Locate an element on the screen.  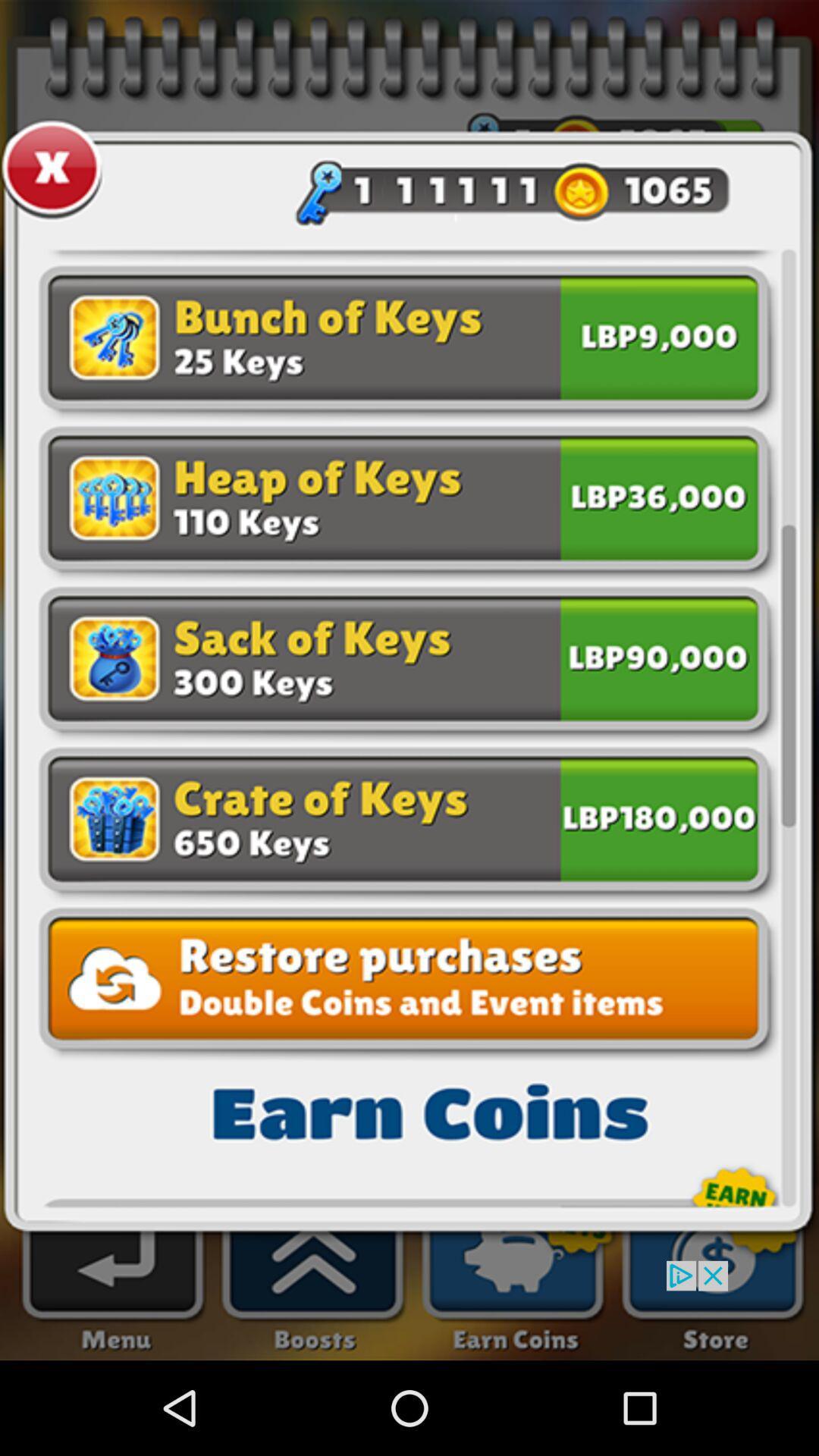
check bix on right is located at coordinates (658, 495).